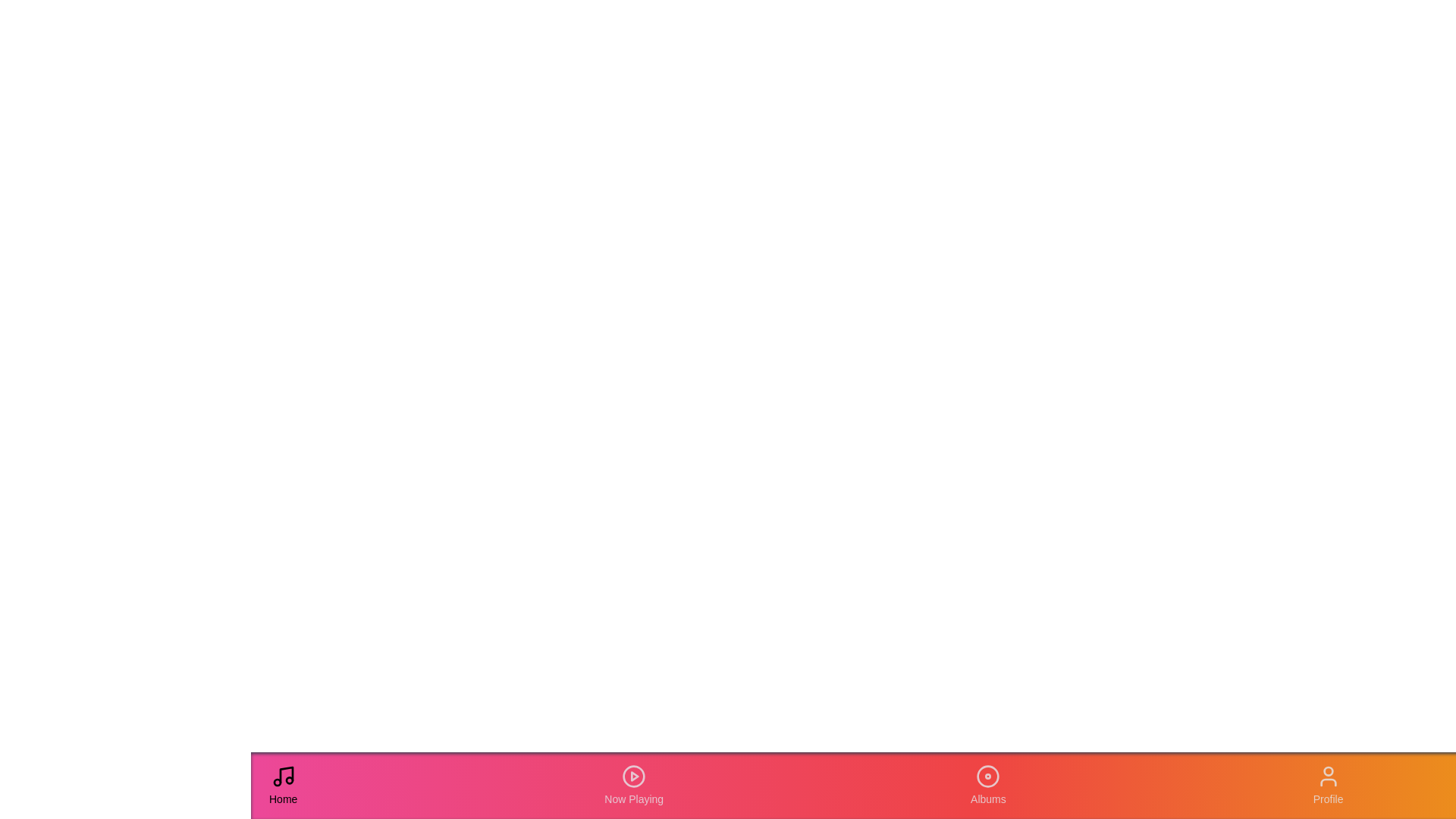 The width and height of the screenshot is (1456, 819). What do you see at coordinates (633, 785) in the screenshot?
I see `the icon corresponding to Now Playing` at bounding box center [633, 785].